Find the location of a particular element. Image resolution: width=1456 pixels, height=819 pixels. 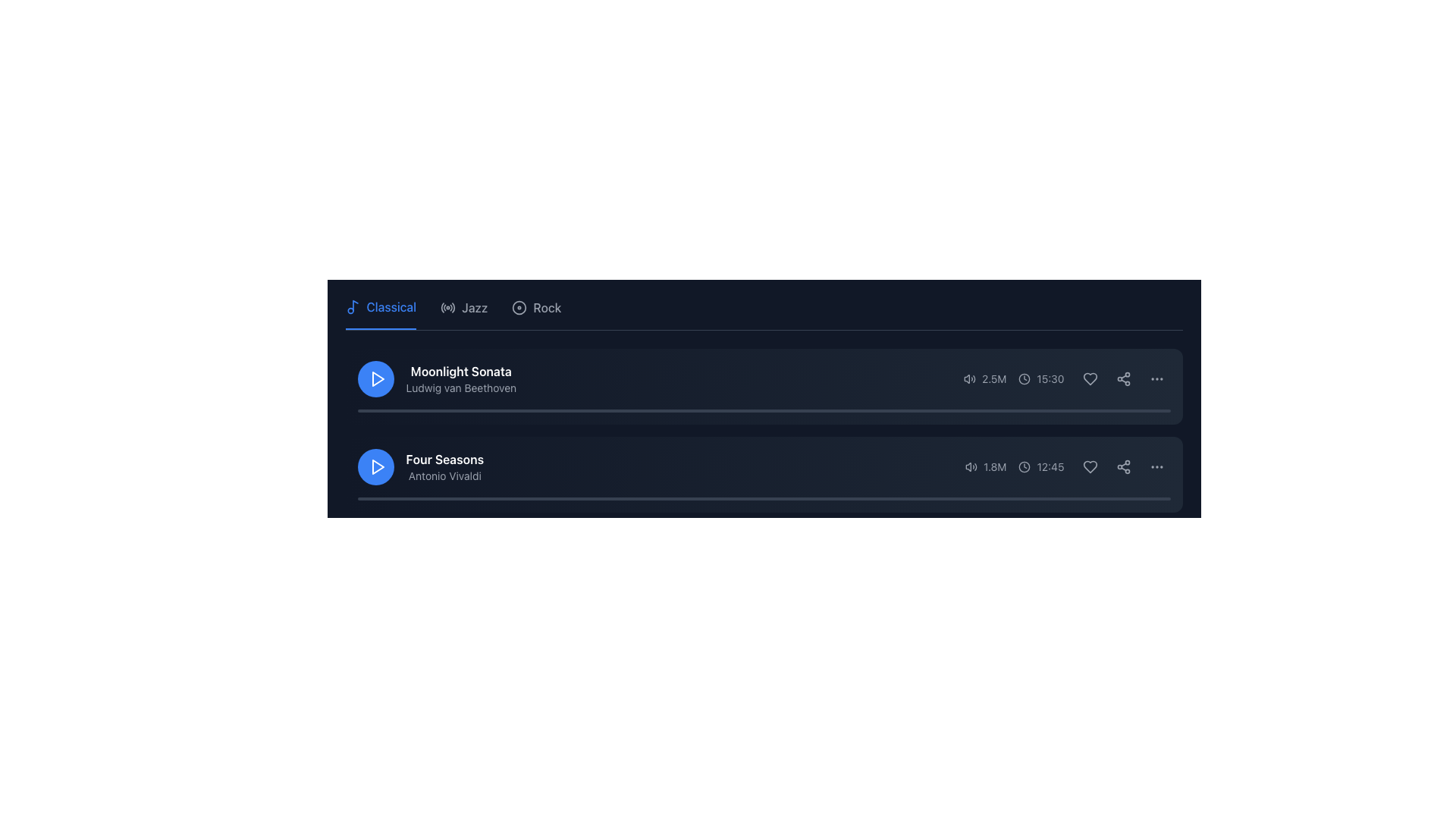

the play button associated with the 'Four Seasons' listing is located at coordinates (375, 466).